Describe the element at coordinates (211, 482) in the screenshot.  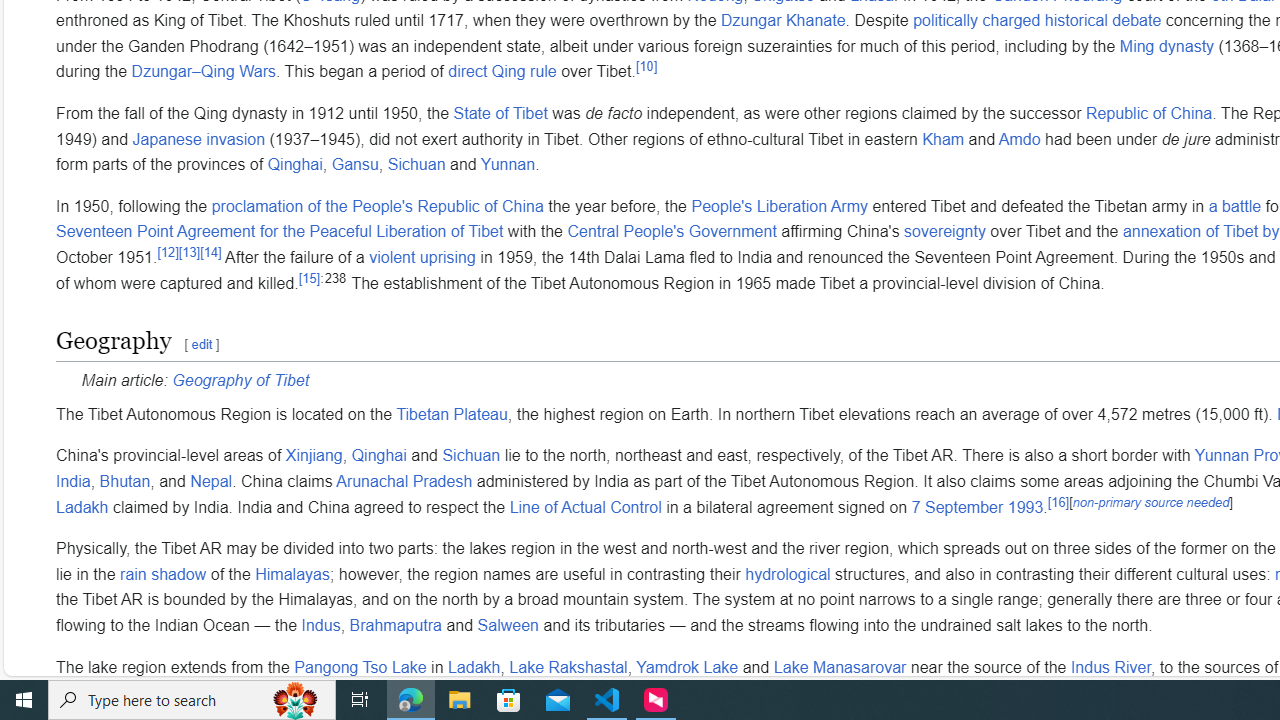
I see `'Nepal'` at that location.